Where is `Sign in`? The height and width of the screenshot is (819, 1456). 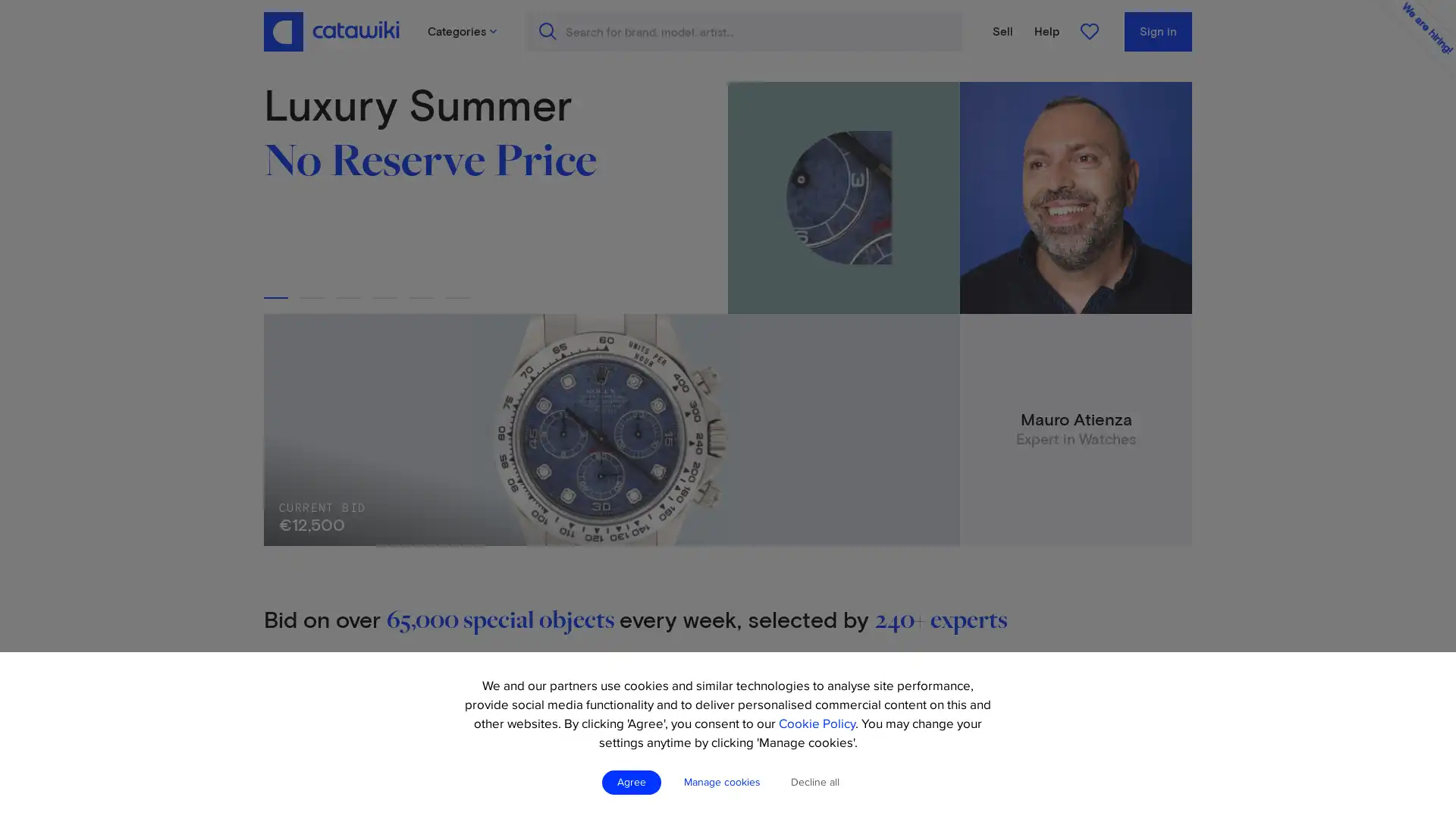 Sign in is located at coordinates (1157, 32).